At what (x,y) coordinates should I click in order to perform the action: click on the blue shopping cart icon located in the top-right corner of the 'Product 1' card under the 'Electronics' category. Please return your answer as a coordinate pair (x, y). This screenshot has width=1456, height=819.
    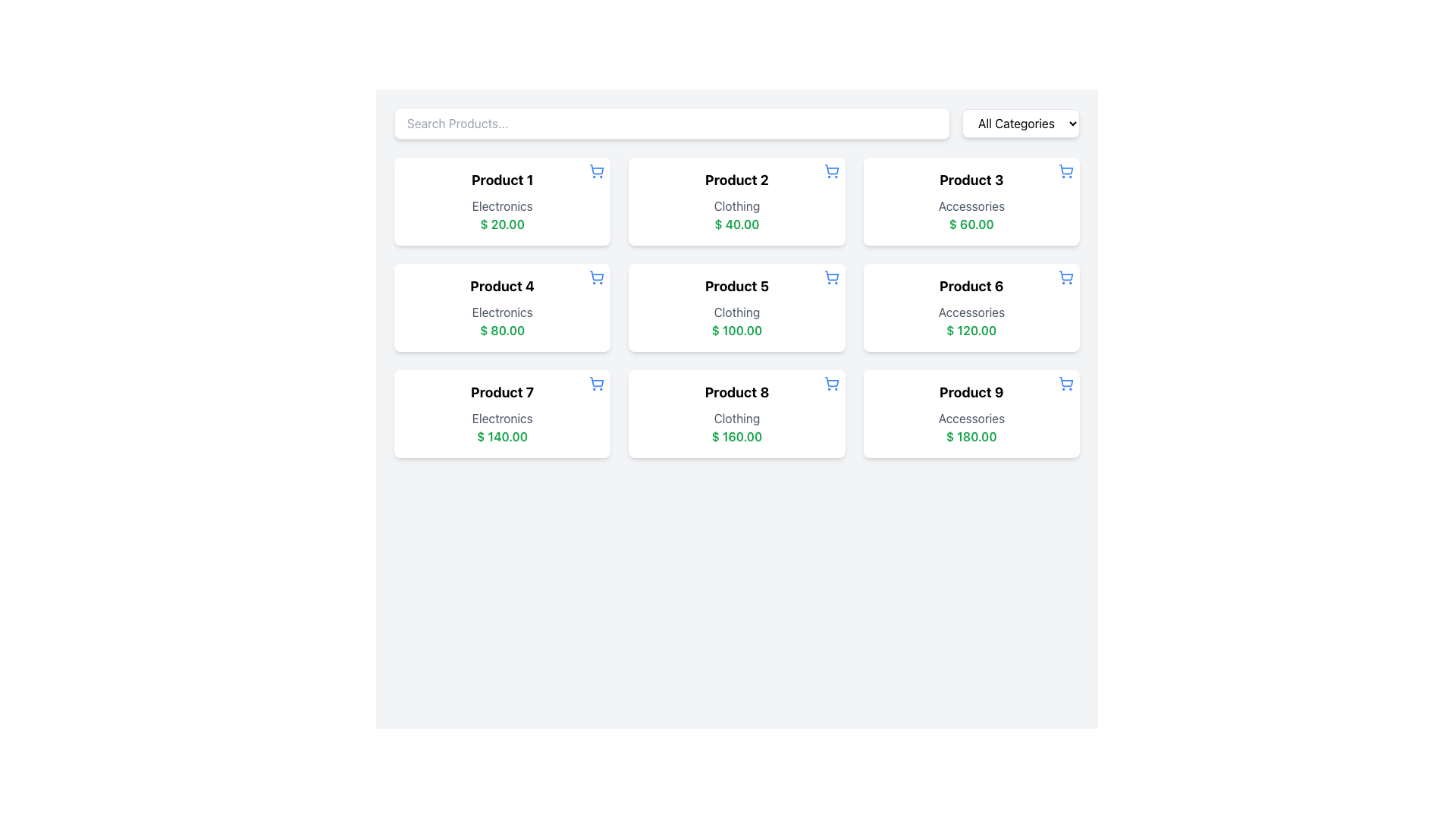
    Looking at the image, I should click on (596, 171).